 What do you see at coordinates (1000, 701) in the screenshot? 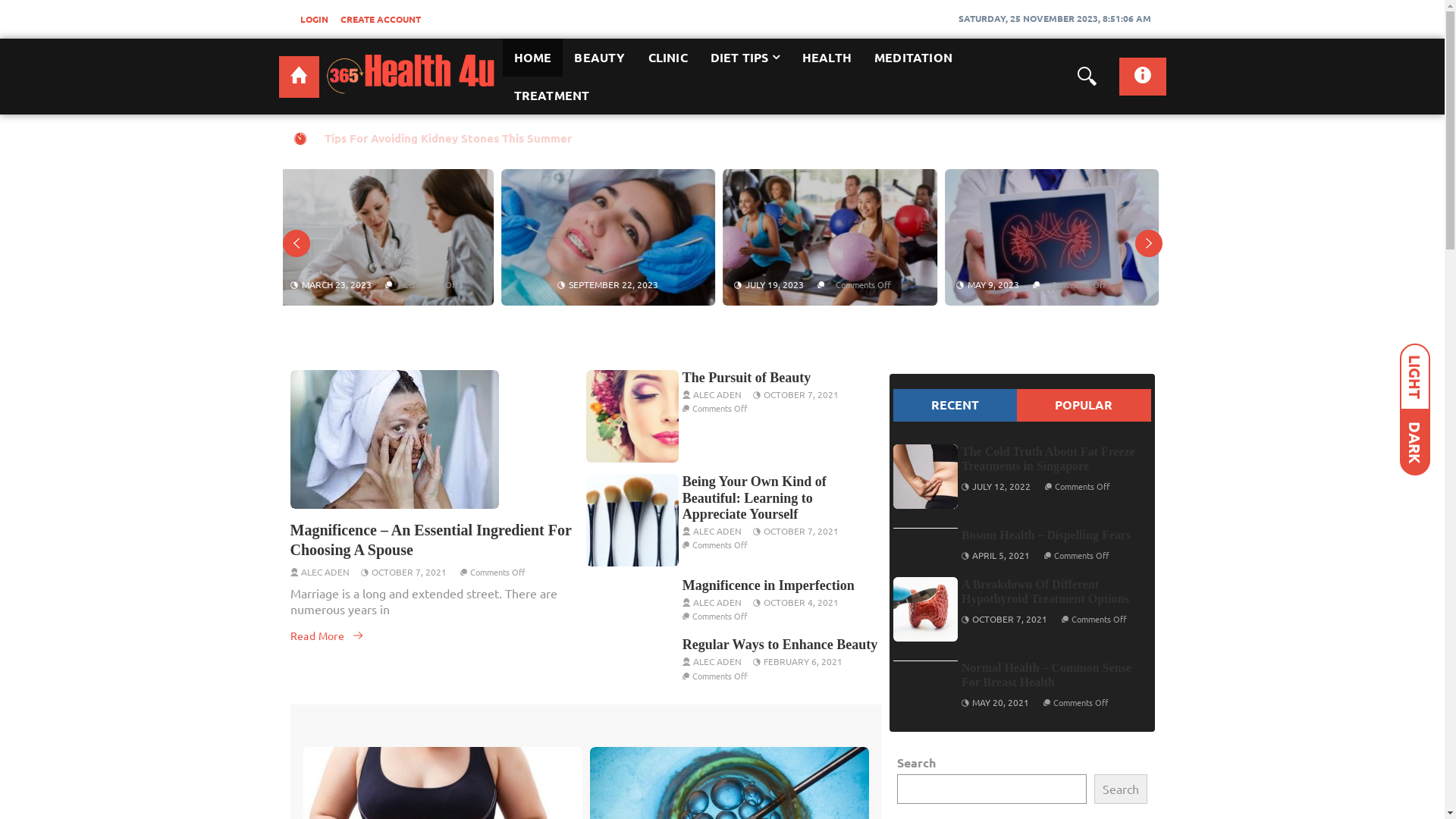
I see `'MAY 20, 2021'` at bounding box center [1000, 701].